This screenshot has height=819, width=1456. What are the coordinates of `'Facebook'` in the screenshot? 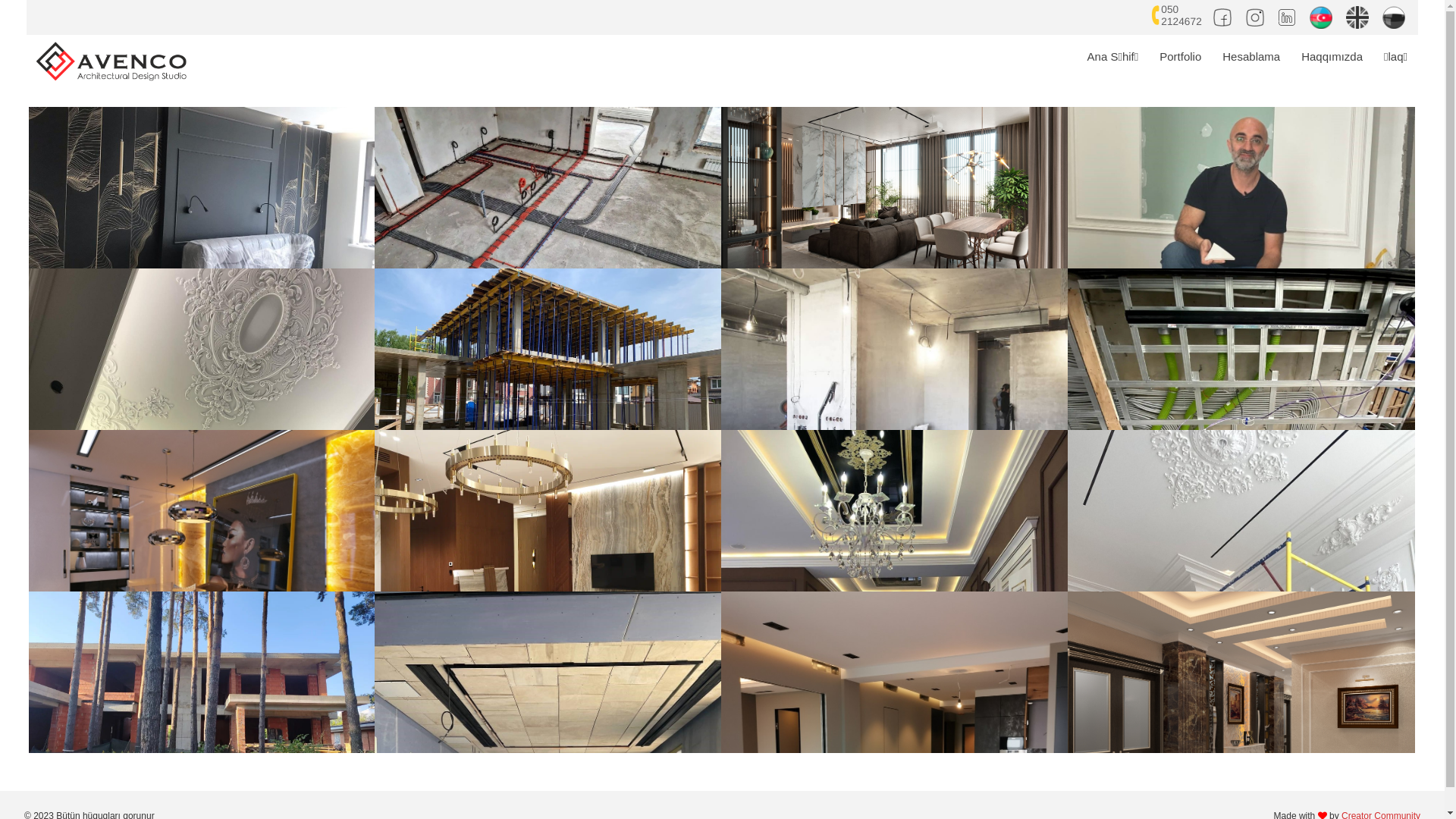 It's located at (1224, 14).